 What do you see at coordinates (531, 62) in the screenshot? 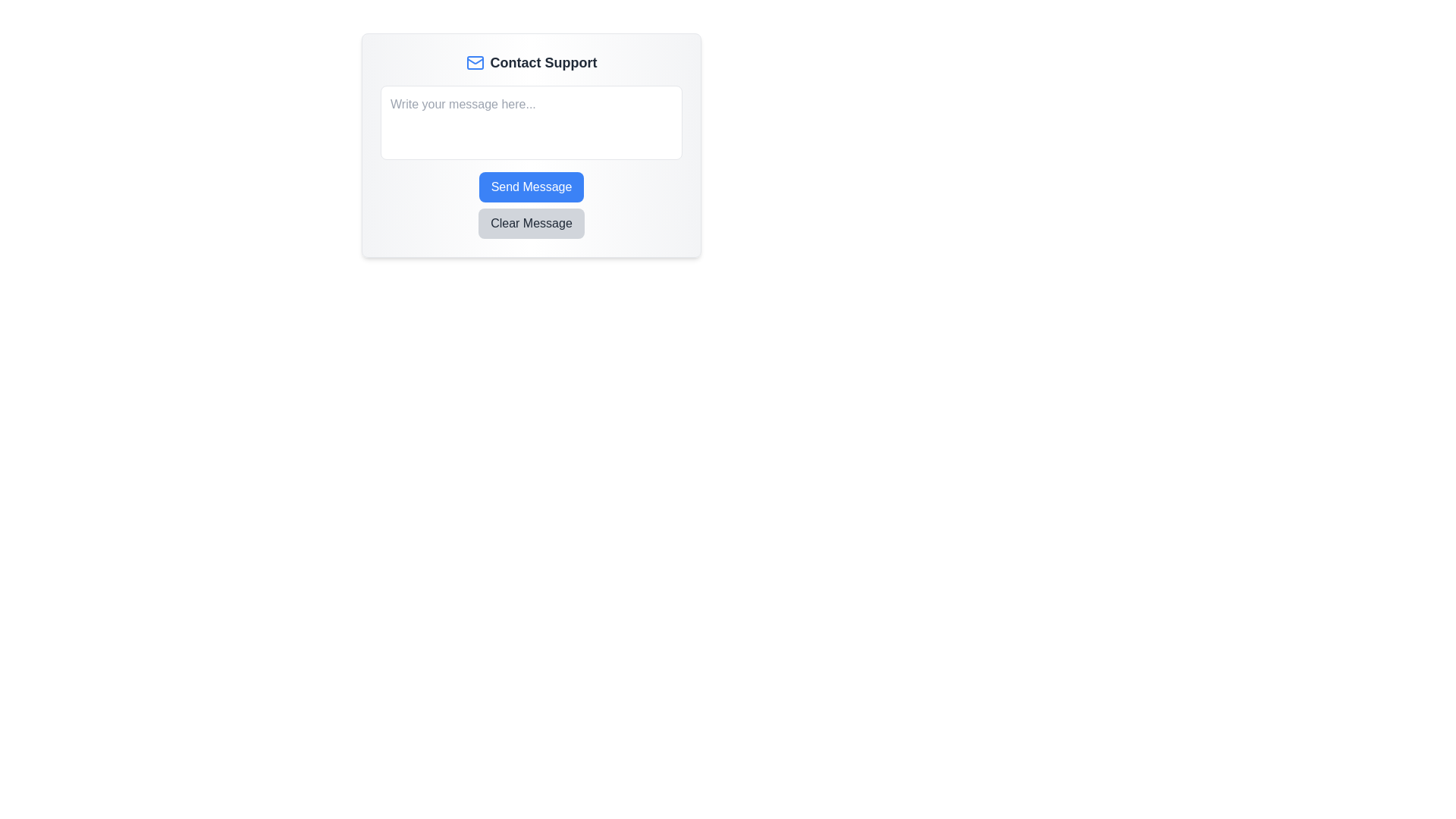
I see `the 'Contact Support' label with the blue mail icon, which is positioned at the top of the centered card layout` at bounding box center [531, 62].